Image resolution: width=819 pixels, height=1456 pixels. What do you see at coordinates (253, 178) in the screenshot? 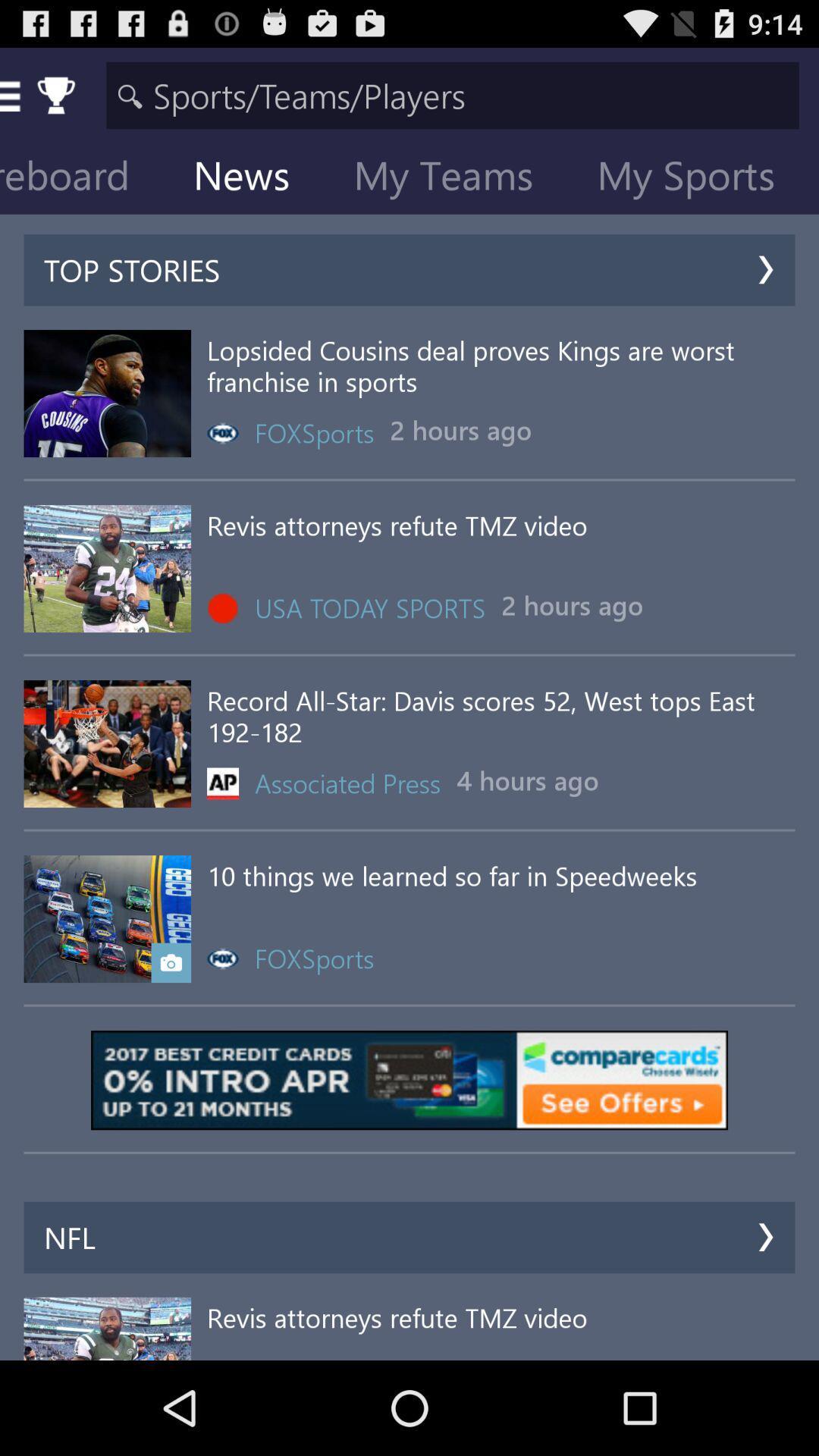
I see `the item above top stories` at bounding box center [253, 178].